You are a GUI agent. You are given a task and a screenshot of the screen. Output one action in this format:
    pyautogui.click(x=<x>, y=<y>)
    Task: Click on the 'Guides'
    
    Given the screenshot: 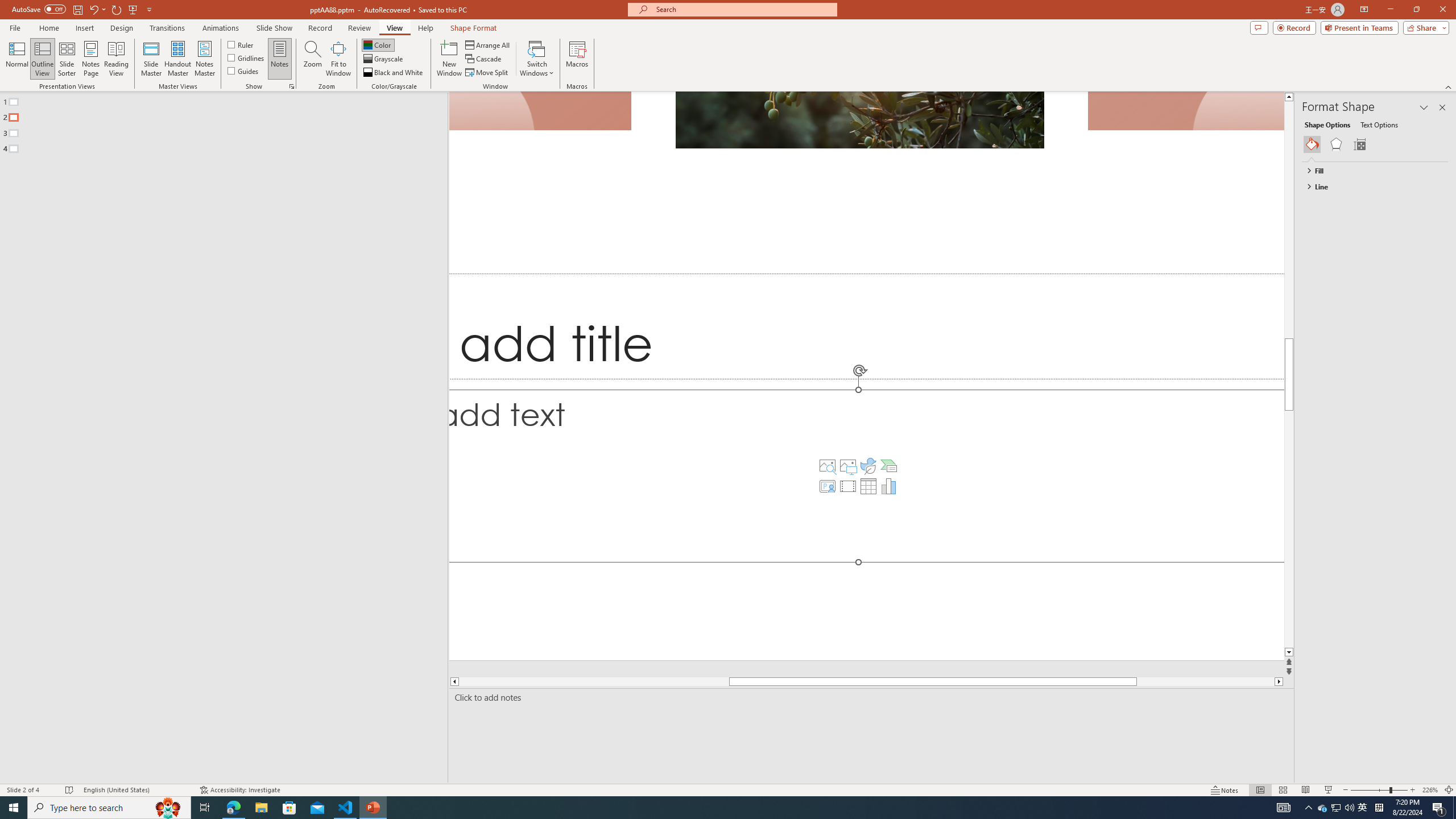 What is the action you would take?
    pyautogui.click(x=243, y=69)
    